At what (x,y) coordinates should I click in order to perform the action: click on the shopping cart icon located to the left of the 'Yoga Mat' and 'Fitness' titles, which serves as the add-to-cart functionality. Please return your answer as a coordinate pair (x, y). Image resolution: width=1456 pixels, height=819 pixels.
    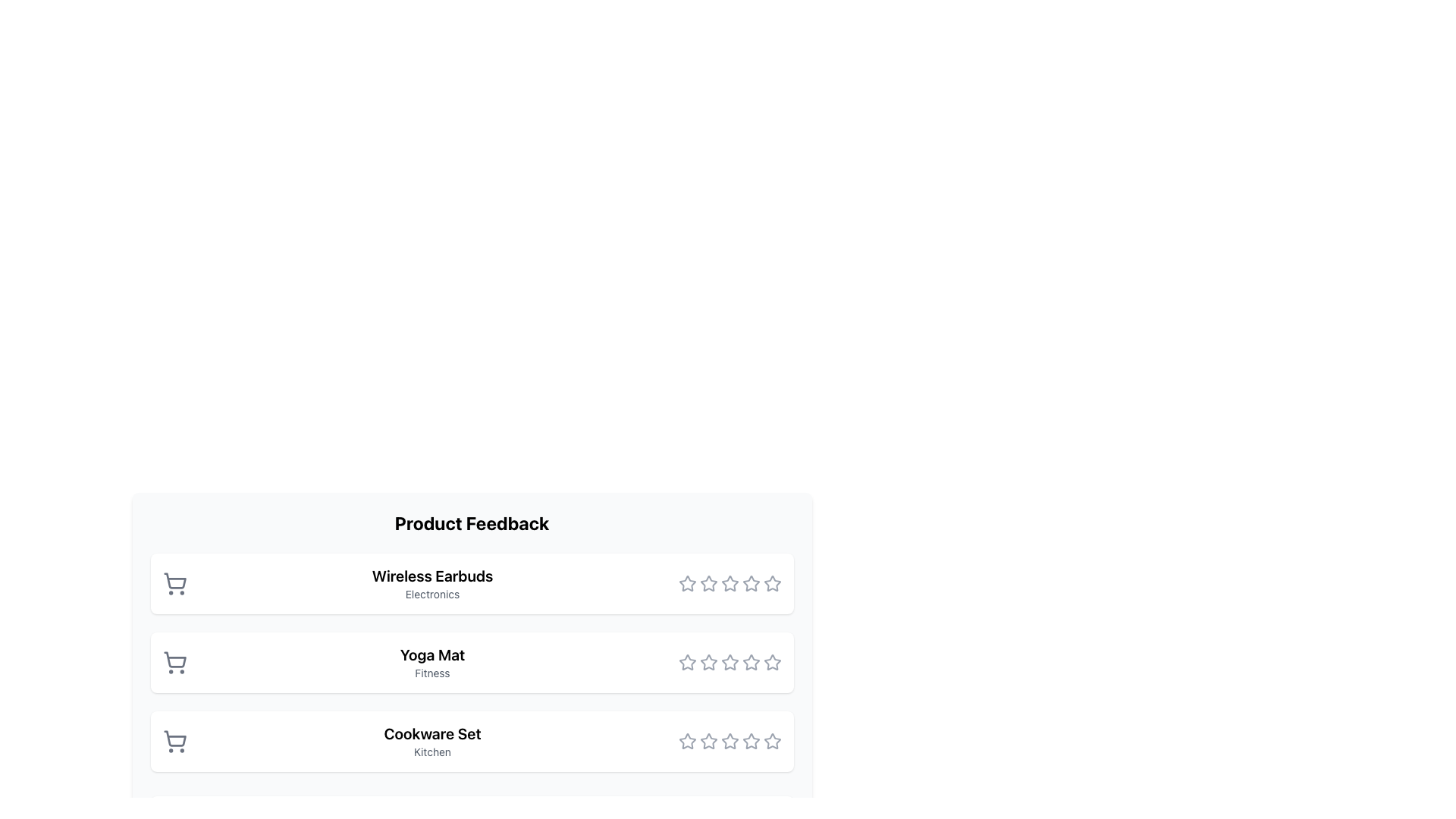
    Looking at the image, I should click on (174, 662).